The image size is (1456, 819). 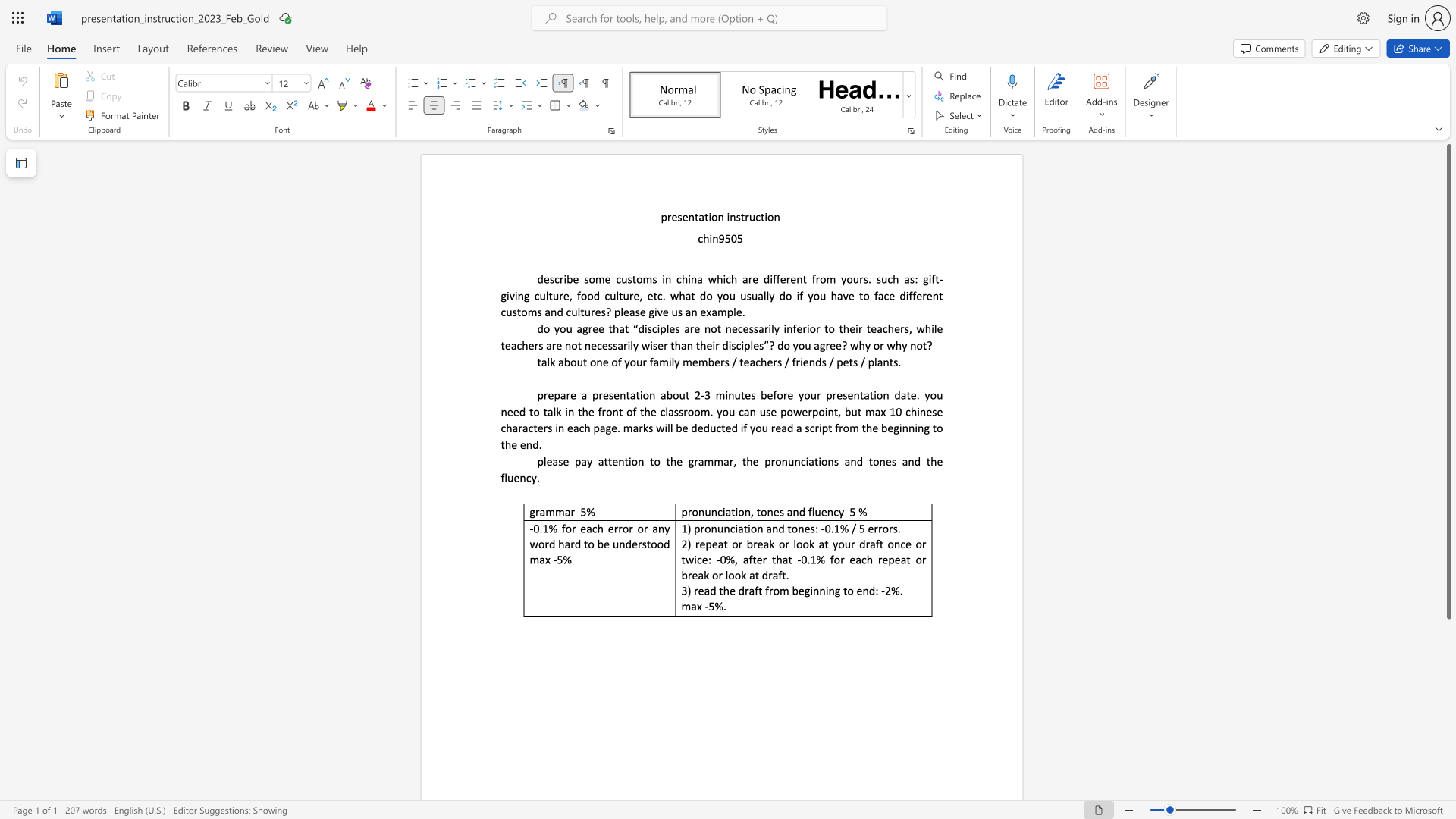 What do you see at coordinates (1448, 773) in the screenshot?
I see `the scrollbar to move the page downward` at bounding box center [1448, 773].